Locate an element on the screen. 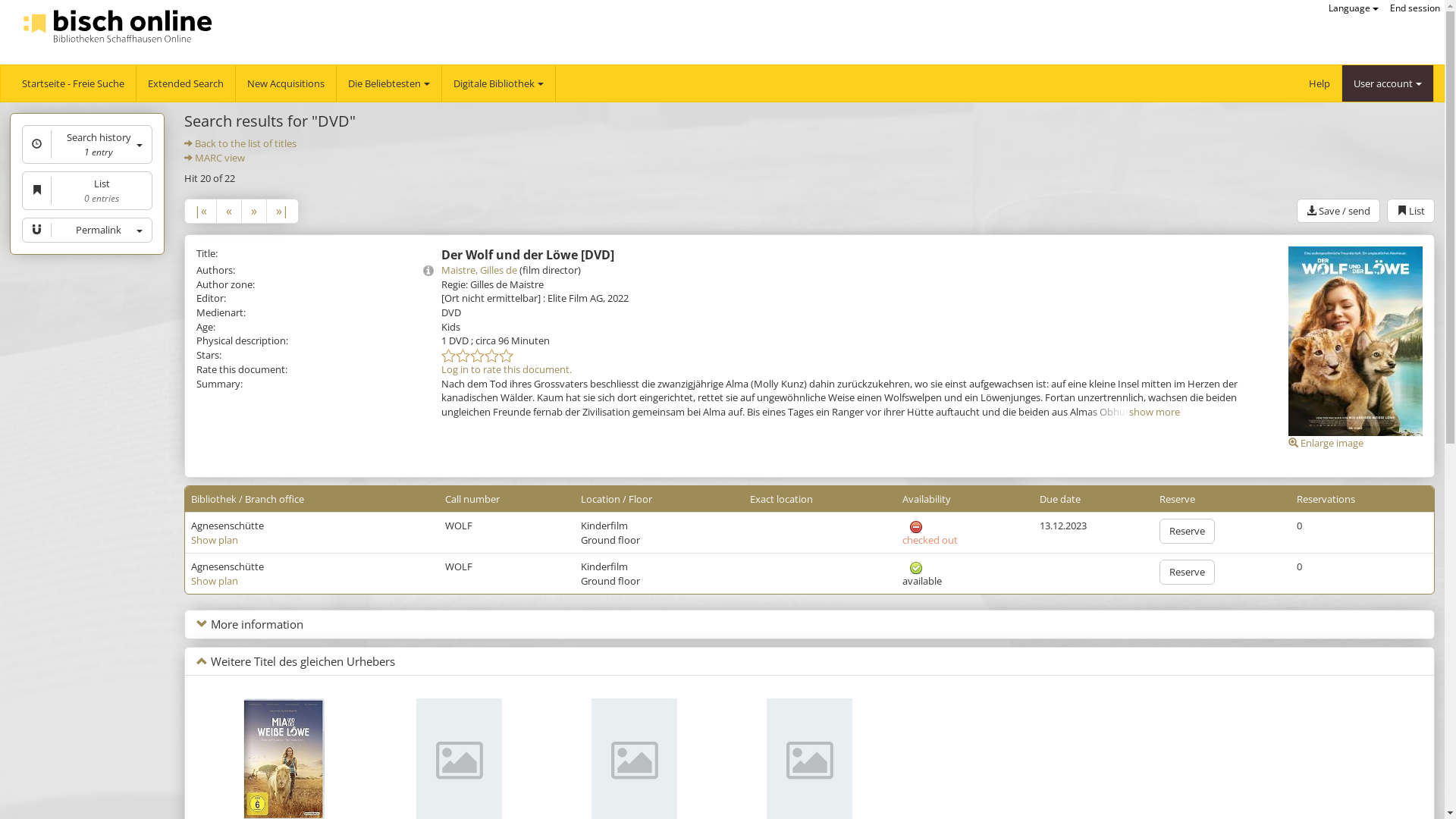 This screenshot has width=1456, height=819. 'Enlarge image' is located at coordinates (1325, 442).